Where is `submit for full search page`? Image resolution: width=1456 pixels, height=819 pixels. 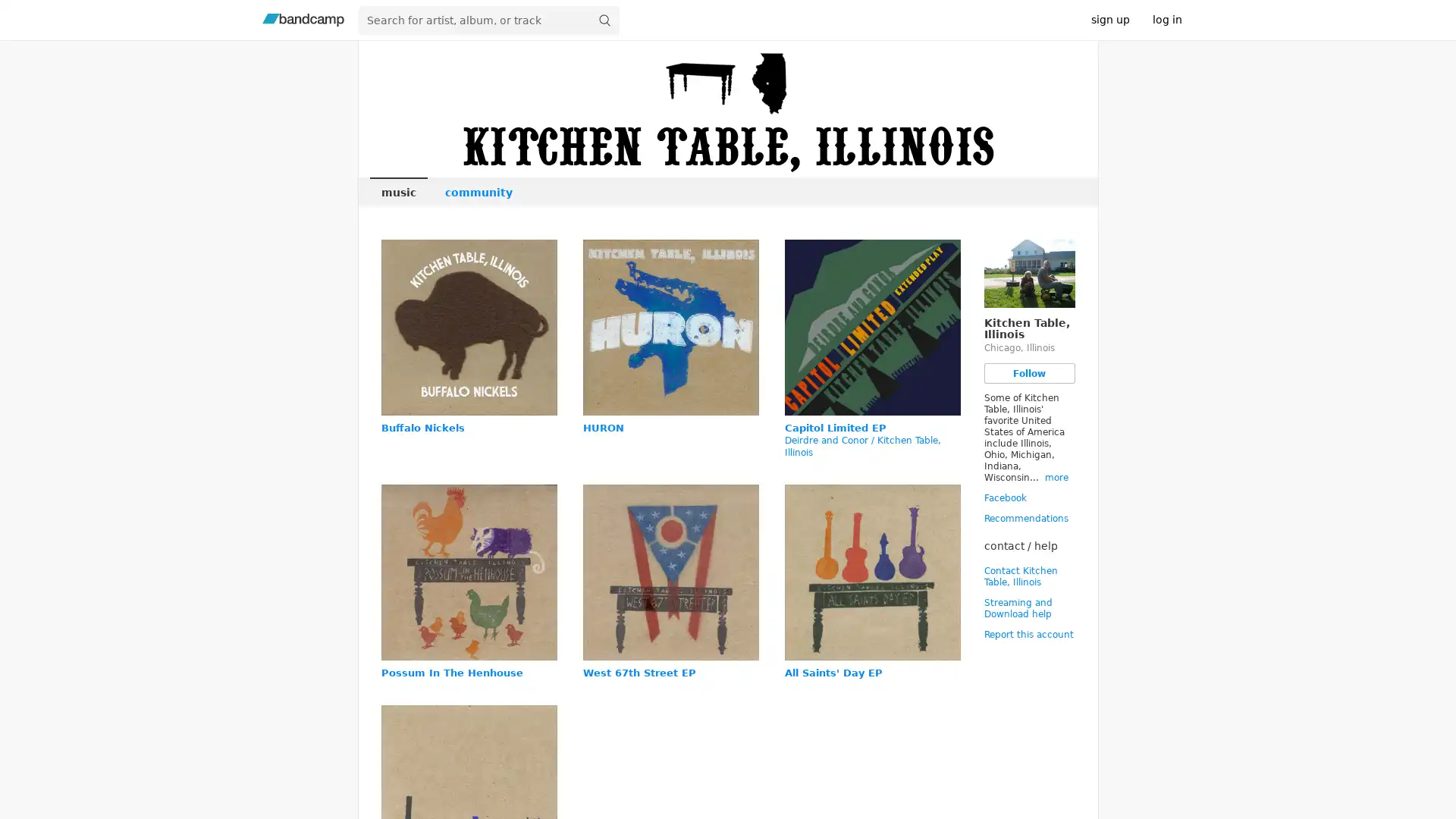 submit for full search page is located at coordinates (603, 20).